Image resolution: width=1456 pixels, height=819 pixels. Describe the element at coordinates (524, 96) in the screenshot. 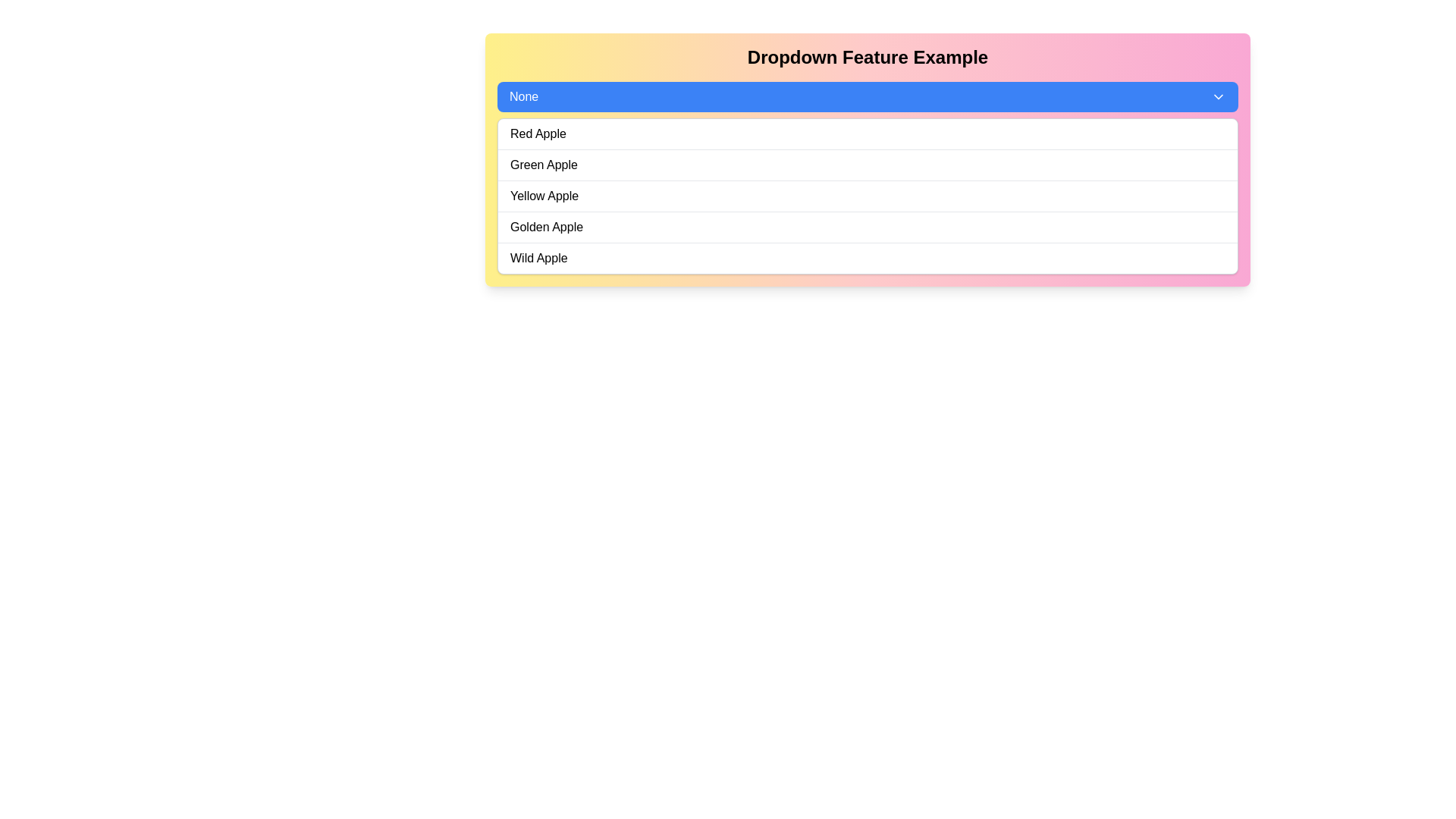

I see `the Display text element that shows the currently selected option in the dropdown menu` at that location.